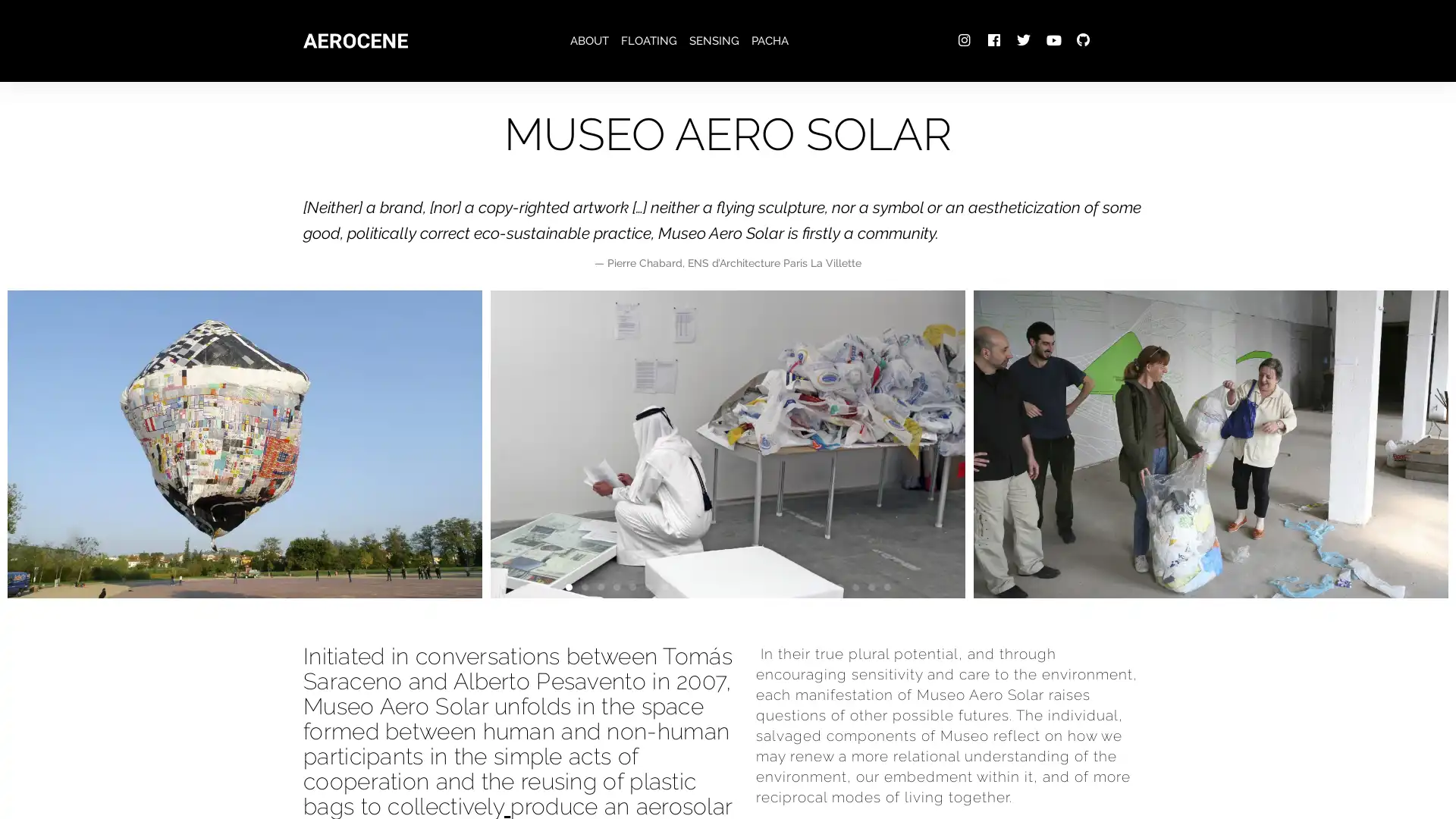 This screenshot has height=819, width=1456. I want to click on Go to slide 1, so click(567, 586).